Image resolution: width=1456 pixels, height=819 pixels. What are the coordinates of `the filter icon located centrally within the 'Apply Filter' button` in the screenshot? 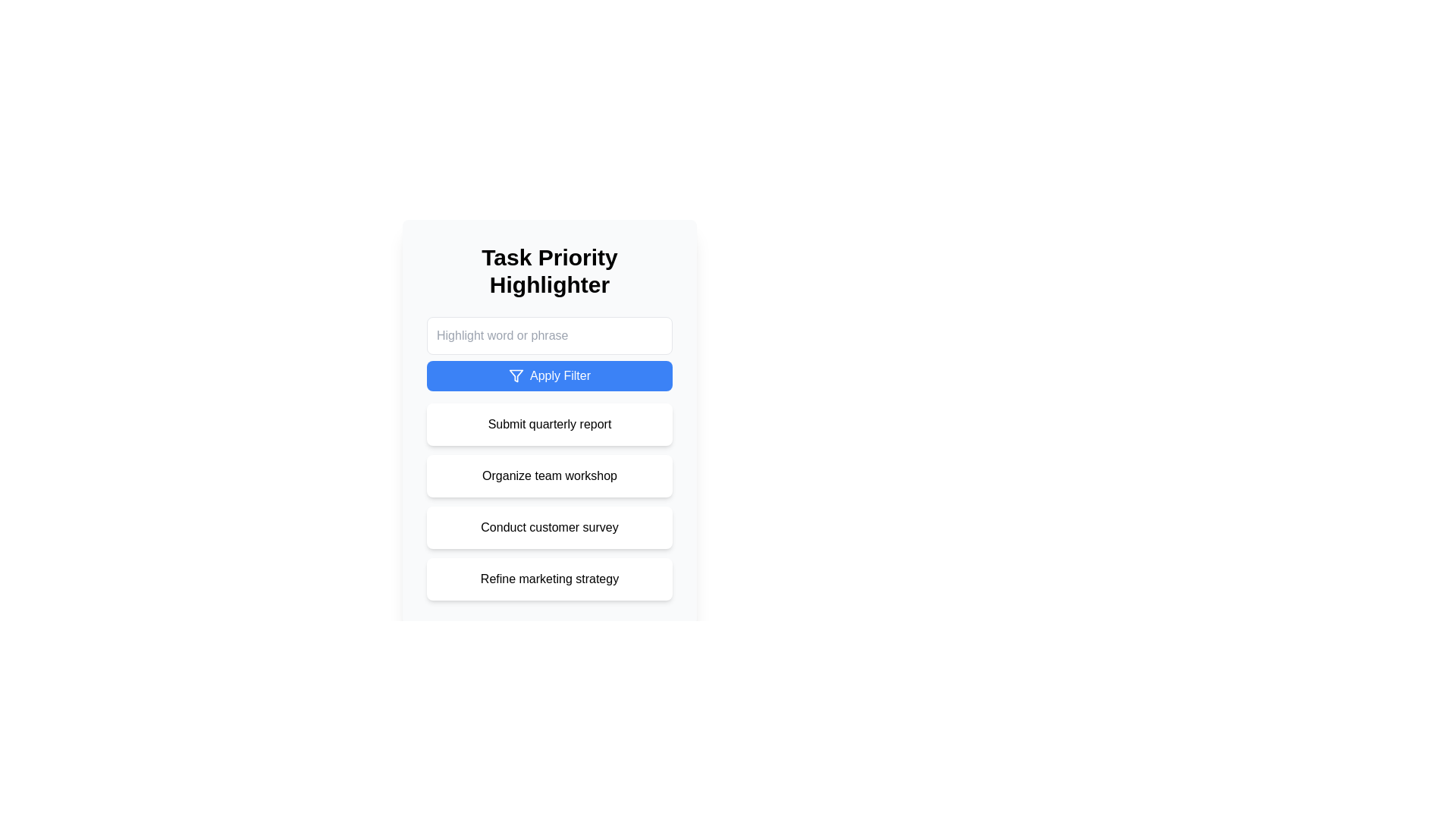 It's located at (516, 375).